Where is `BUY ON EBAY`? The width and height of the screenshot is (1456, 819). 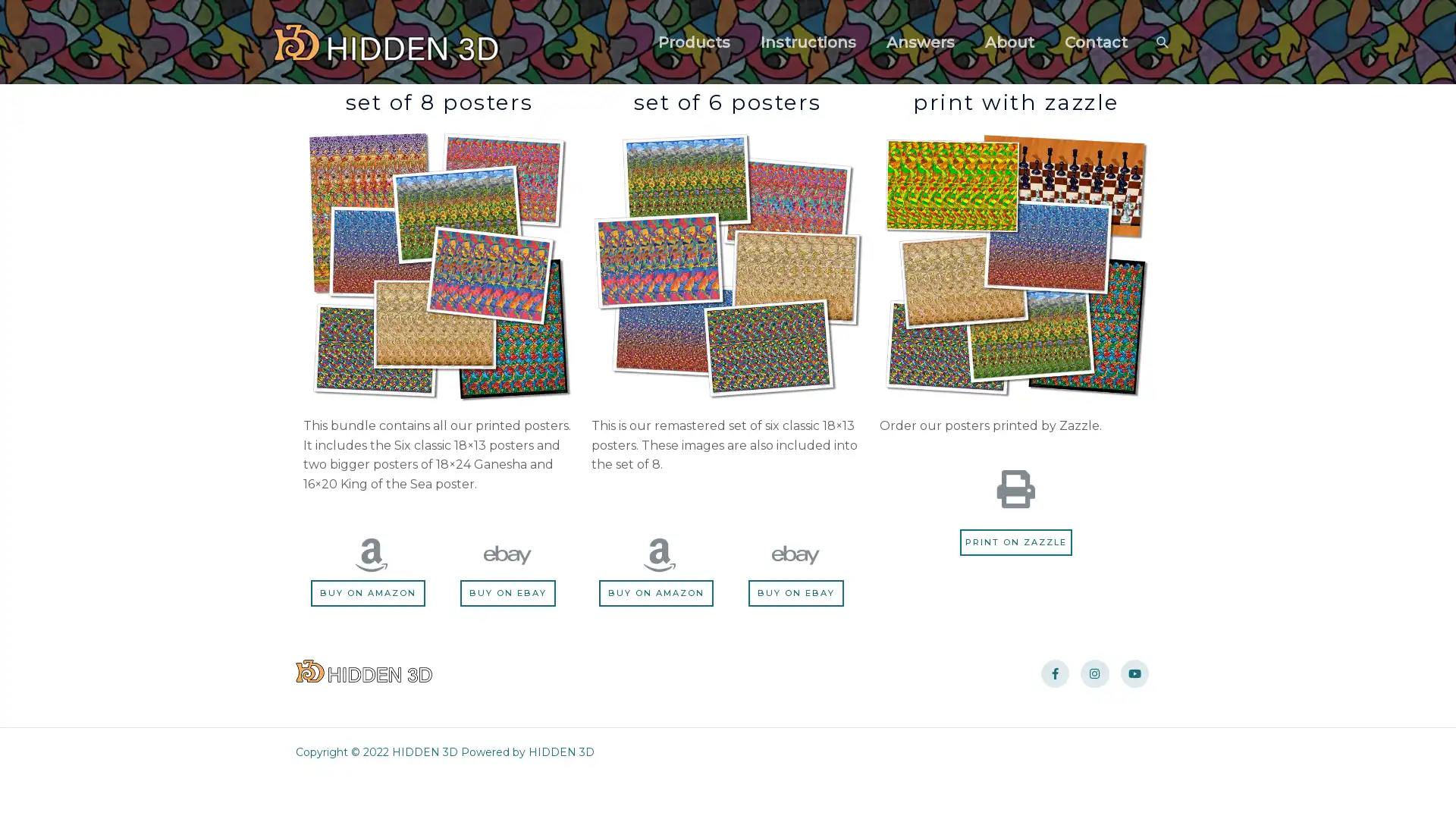 BUY ON EBAY is located at coordinates (795, 592).